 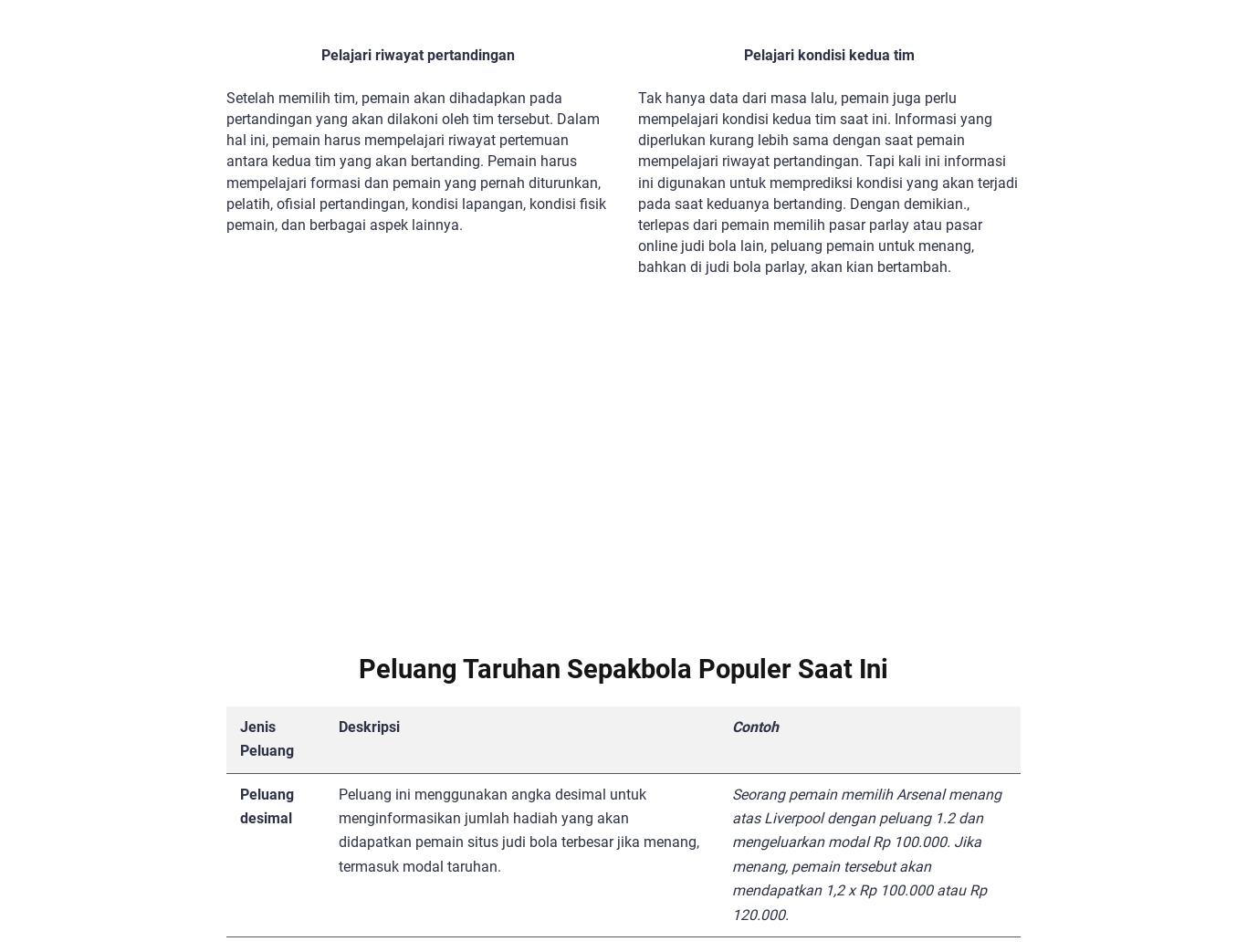 I want to click on 'Tak hanya data dari masa lalu, pemain juga perlu mempelajari kondisi kedua tim saat ini. Informasi yang diperlukan kurang lebih sama dengan saat pemain mempelajari riwayat pertandingan. Tapi kali ini informasi ini digunakan untuk memprediksi kondisi yang akan terjadi pada saat keduanya bertanding. Dengan demikian., terlepas dari pemain memilih pasar parlay atau pasar online judi bola lain, peluang pemain untuk menang, bahkan di judi bola parlay, akan kian bertambah.', so click(x=826, y=181).